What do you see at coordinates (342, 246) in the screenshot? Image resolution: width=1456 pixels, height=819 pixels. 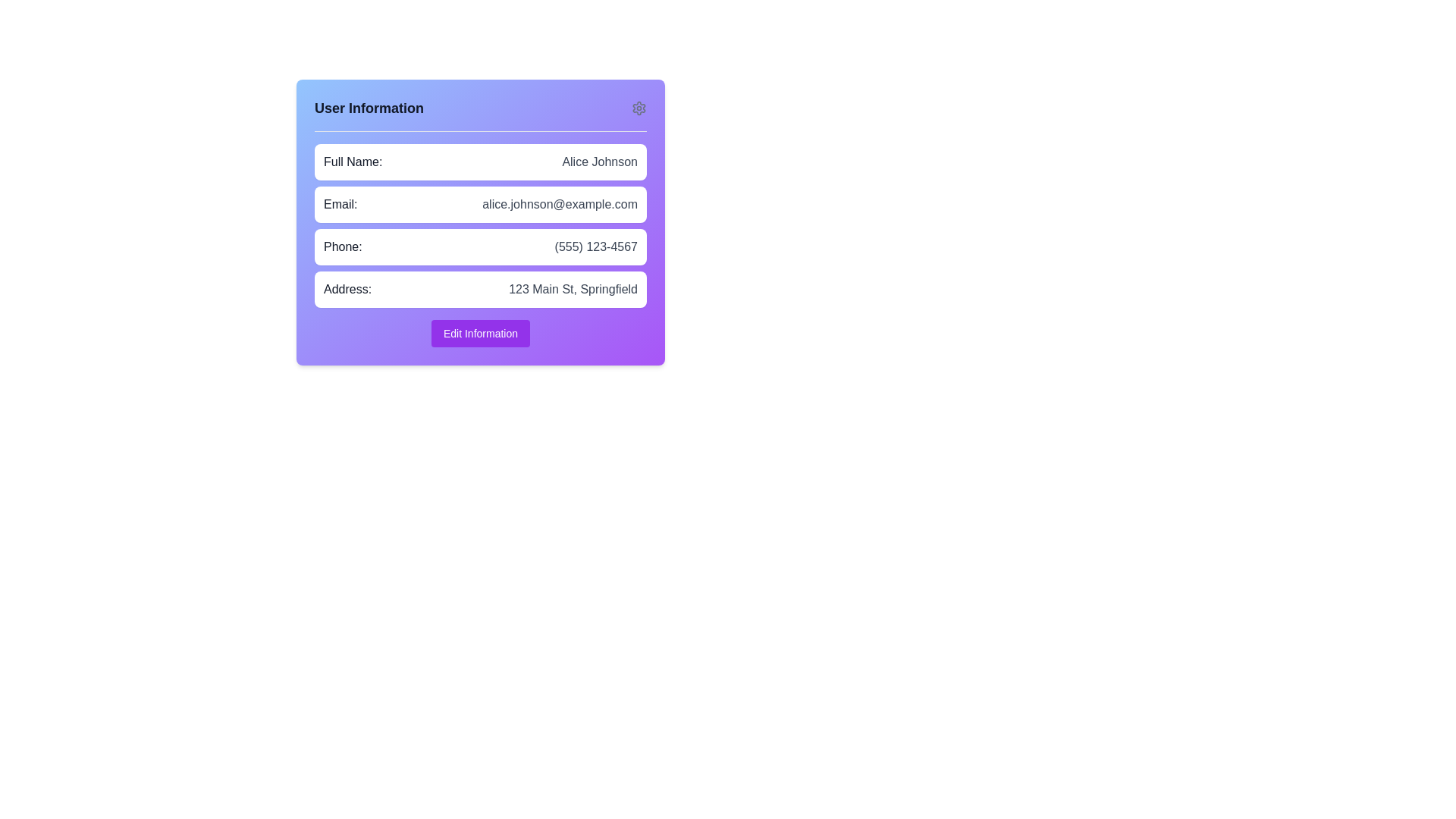 I see `the 'Phone:' label that describes the user's phone number, located beneath the 'Email:' entry in a vertically-aligned list of label-value pairs` at bounding box center [342, 246].